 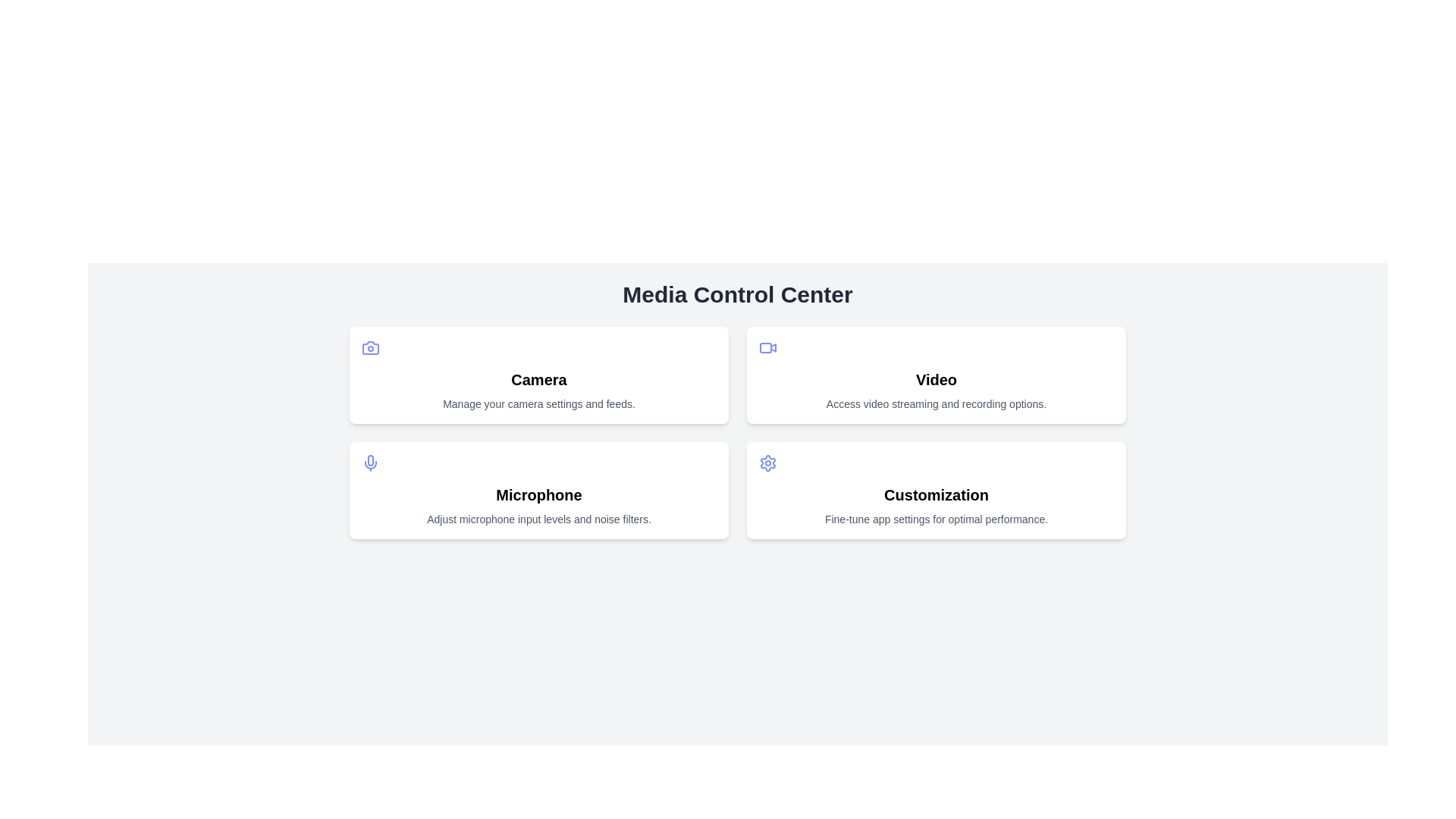 I want to click on text of the 'Camera' section title label, which is positioned at the upper-left section of the layout, between an icon and a descriptive text below it, so click(x=538, y=379).